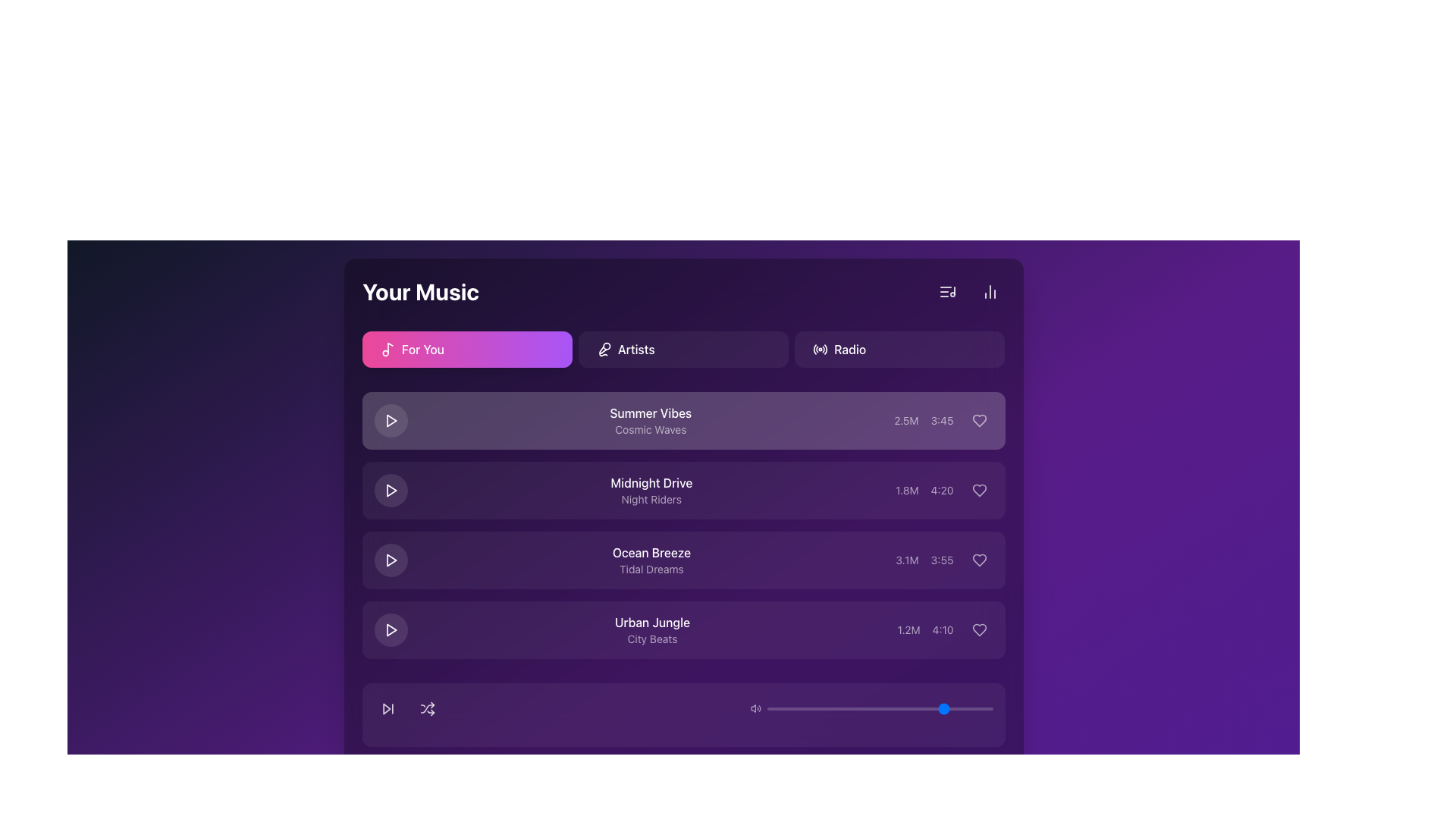  What do you see at coordinates (391, 560) in the screenshot?
I see `the triangular play button associated with the 'Ocean Breeze' song entry` at bounding box center [391, 560].